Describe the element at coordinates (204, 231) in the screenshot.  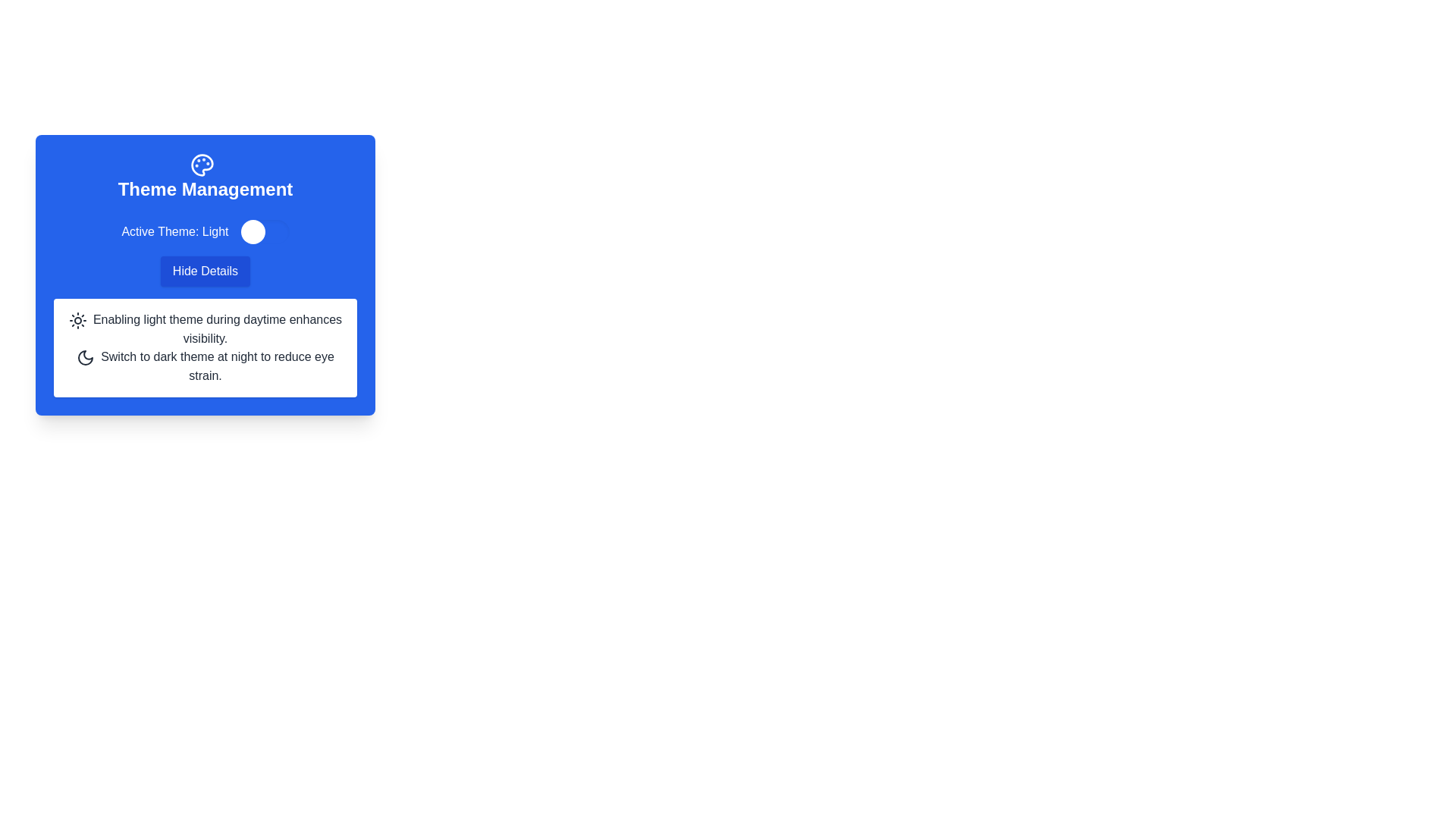
I see `the toggle switch indicating 'Active Theme: Light'` at that location.